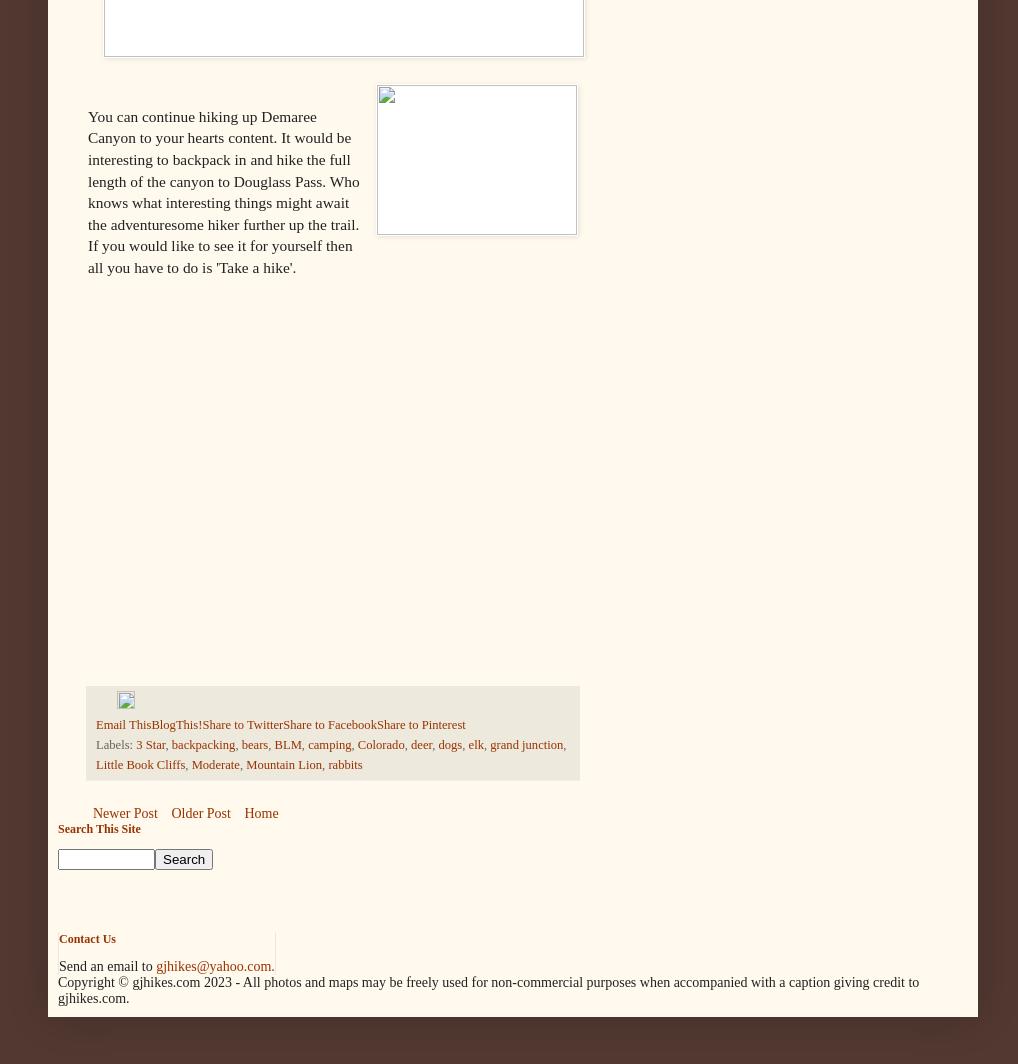 Image resolution: width=1018 pixels, height=1064 pixels. I want to click on '2023 -', so click(221, 982).